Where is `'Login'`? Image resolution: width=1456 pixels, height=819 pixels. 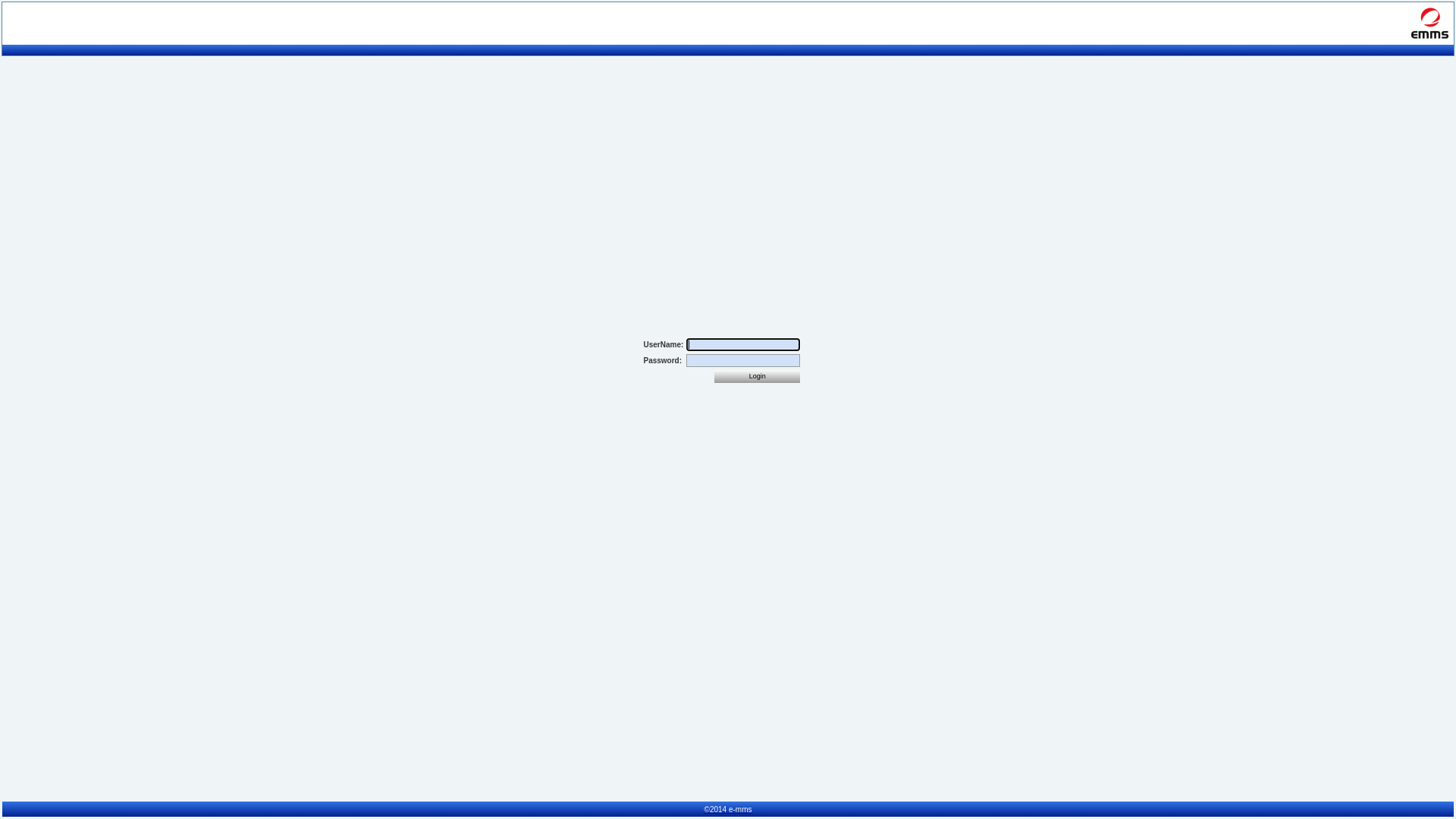
'Login' is located at coordinates (757, 375).